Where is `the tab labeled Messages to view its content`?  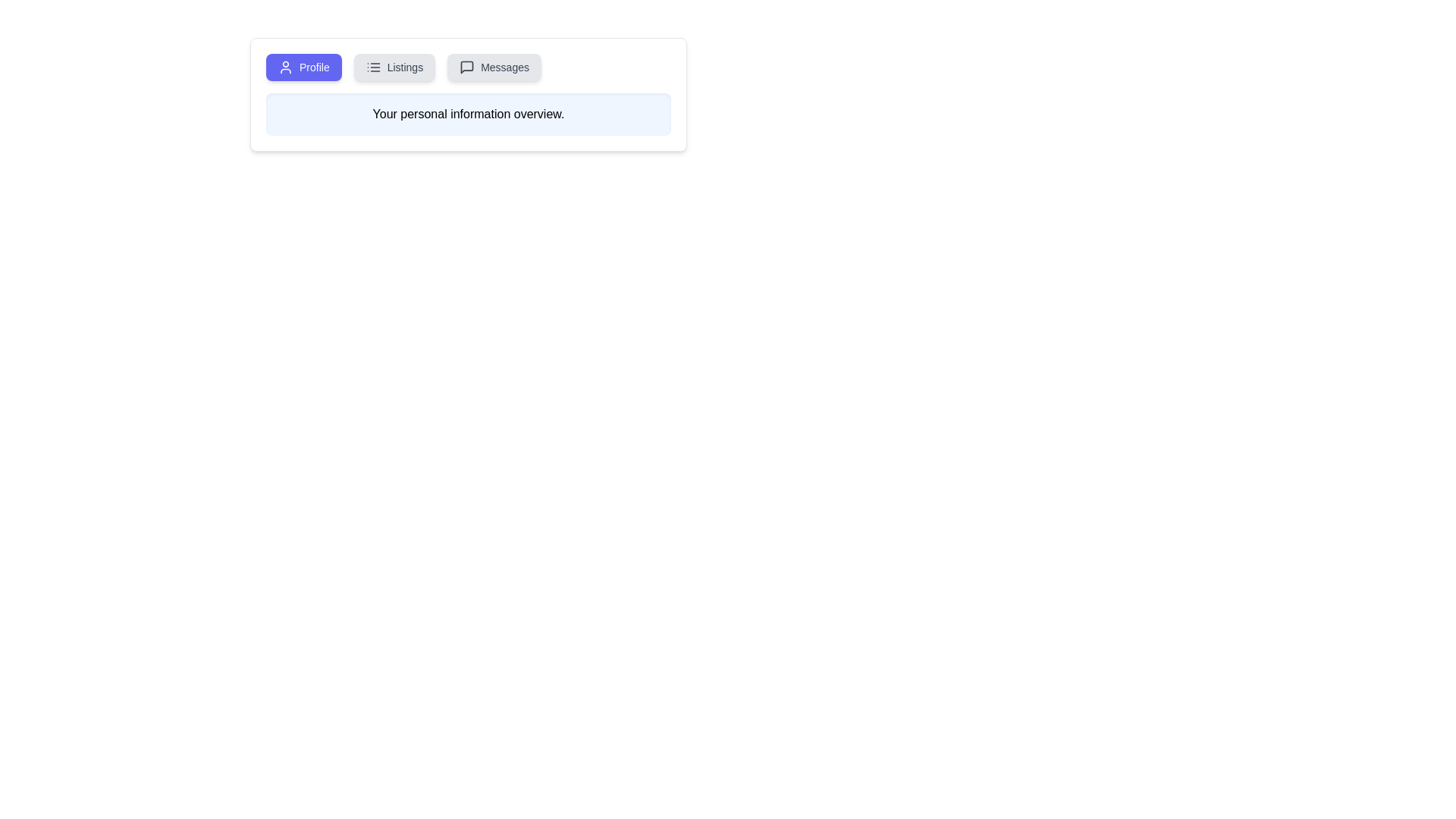 the tab labeled Messages to view its content is located at coordinates (494, 66).